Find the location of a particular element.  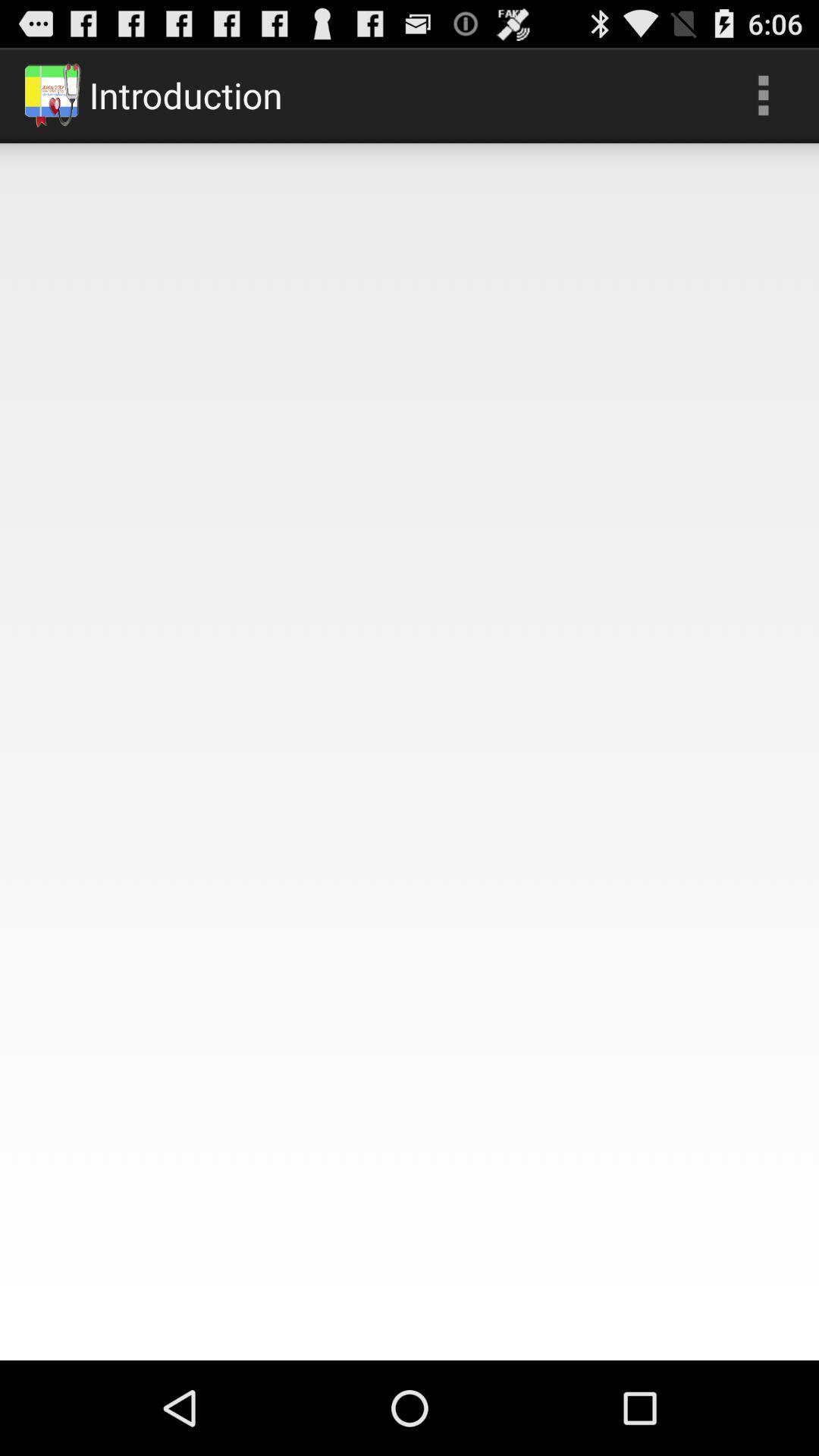

the item at the top right corner is located at coordinates (763, 94).